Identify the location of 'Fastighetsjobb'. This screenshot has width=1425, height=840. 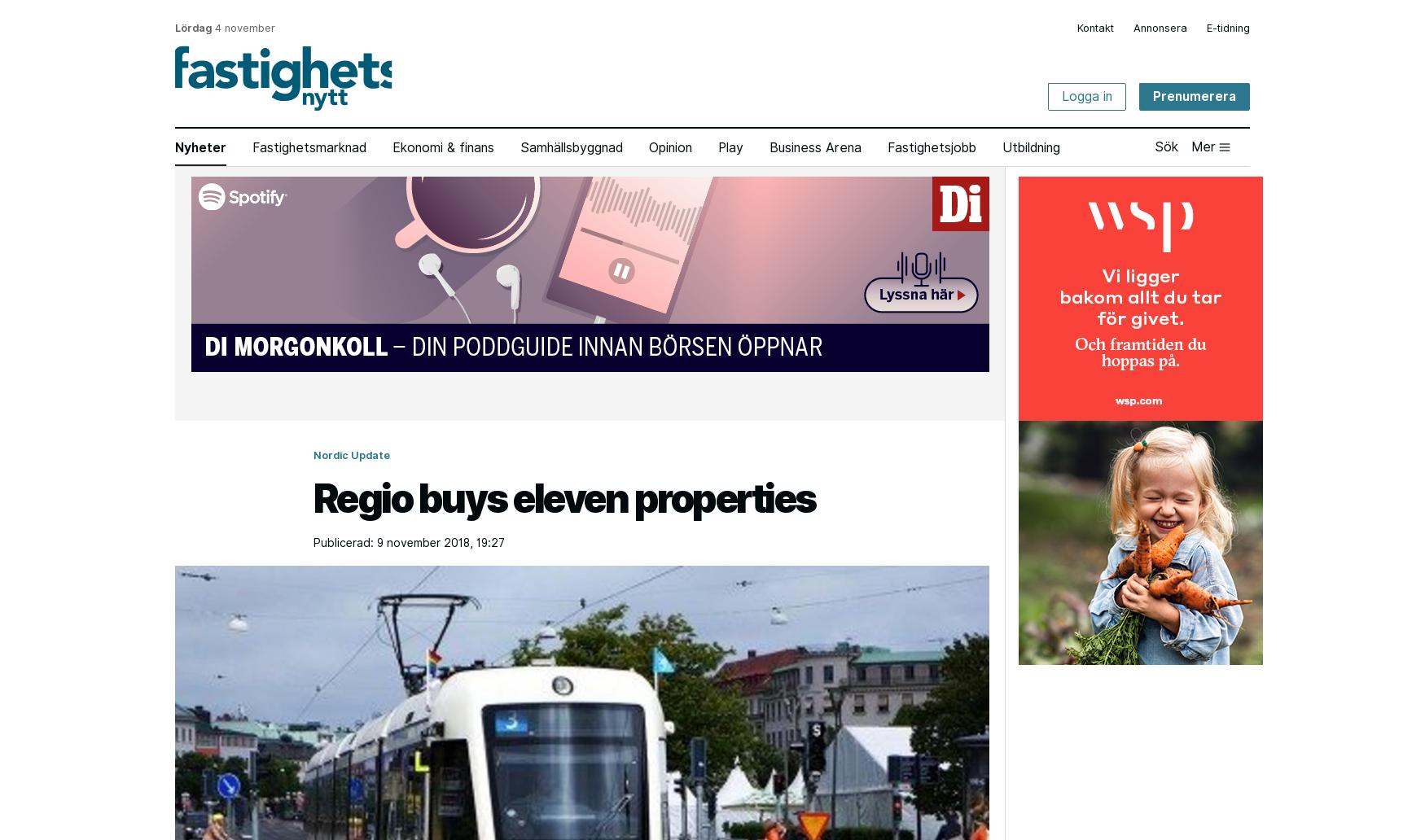
(888, 147).